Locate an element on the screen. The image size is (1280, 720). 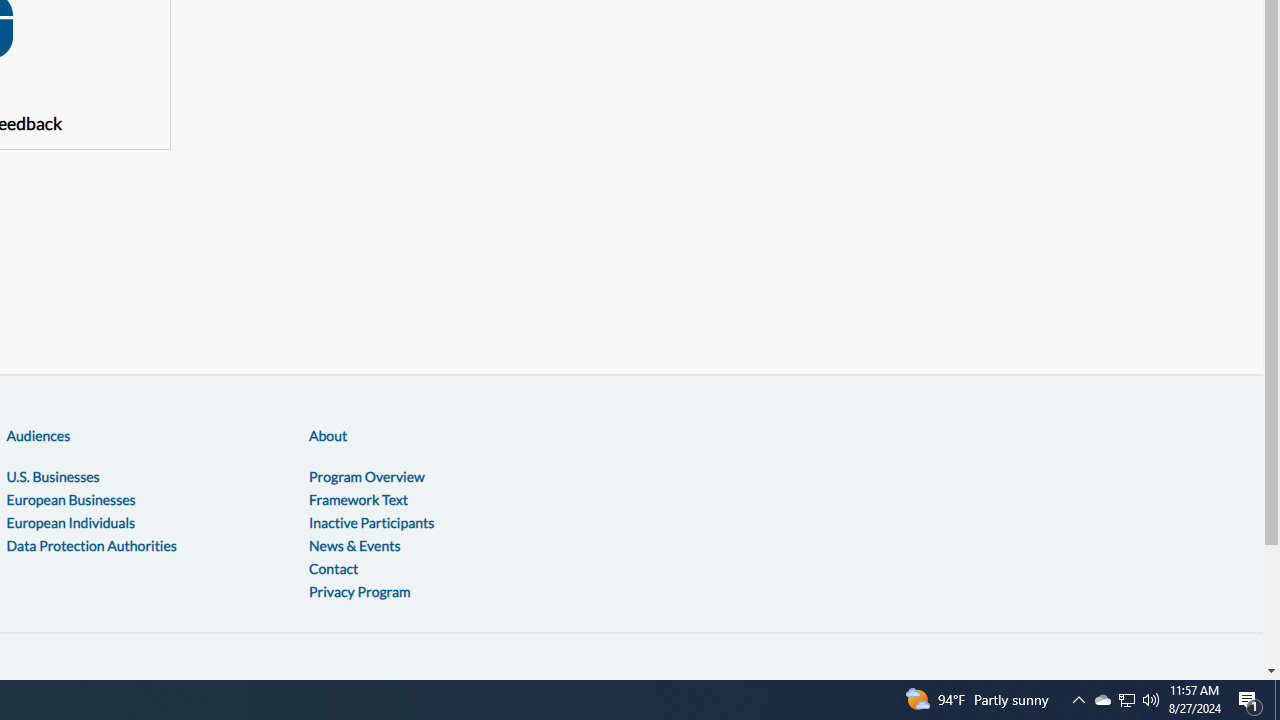
'Program Overview' is located at coordinates (366, 476).